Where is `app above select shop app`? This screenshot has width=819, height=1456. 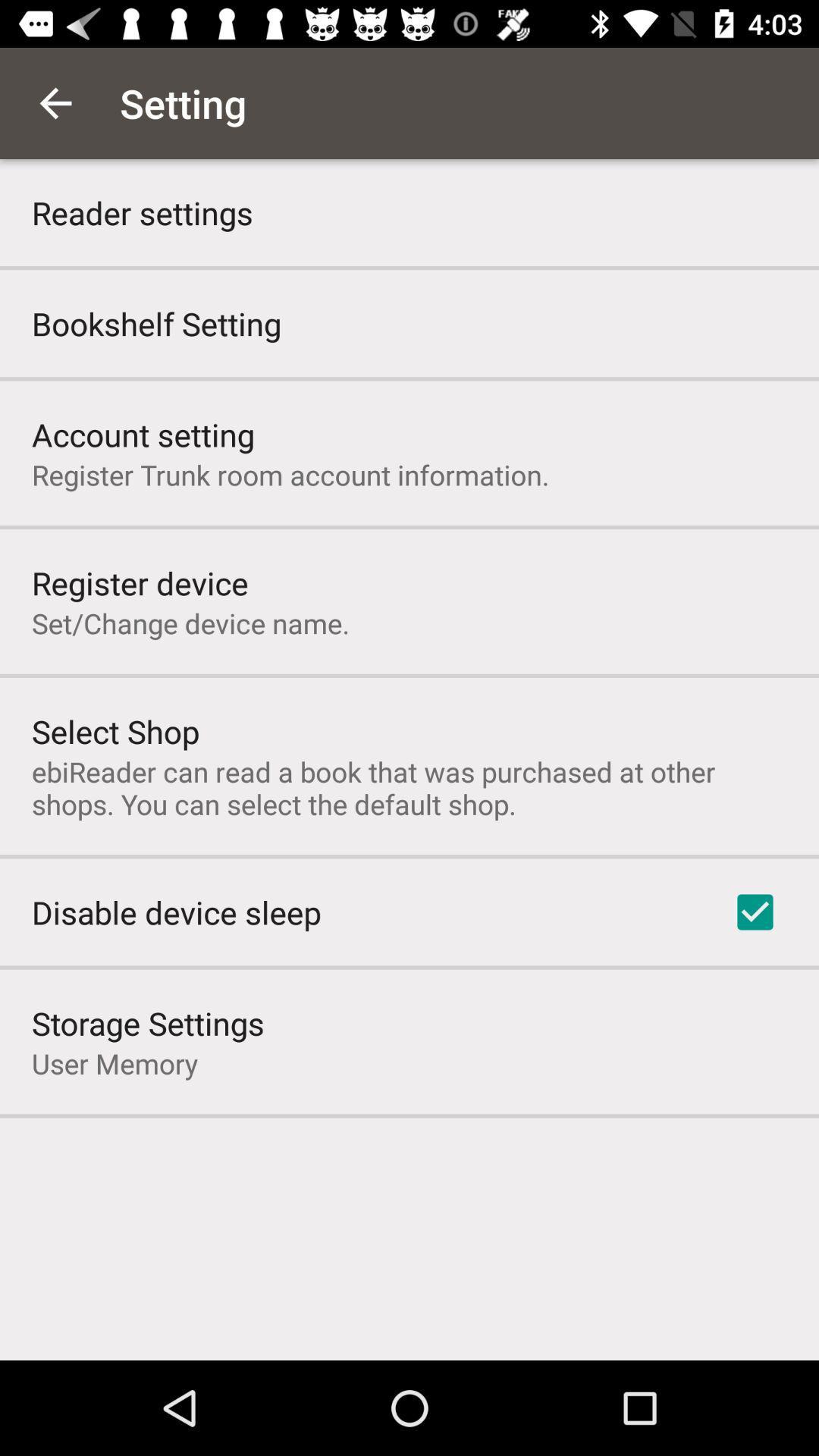
app above select shop app is located at coordinates (190, 623).